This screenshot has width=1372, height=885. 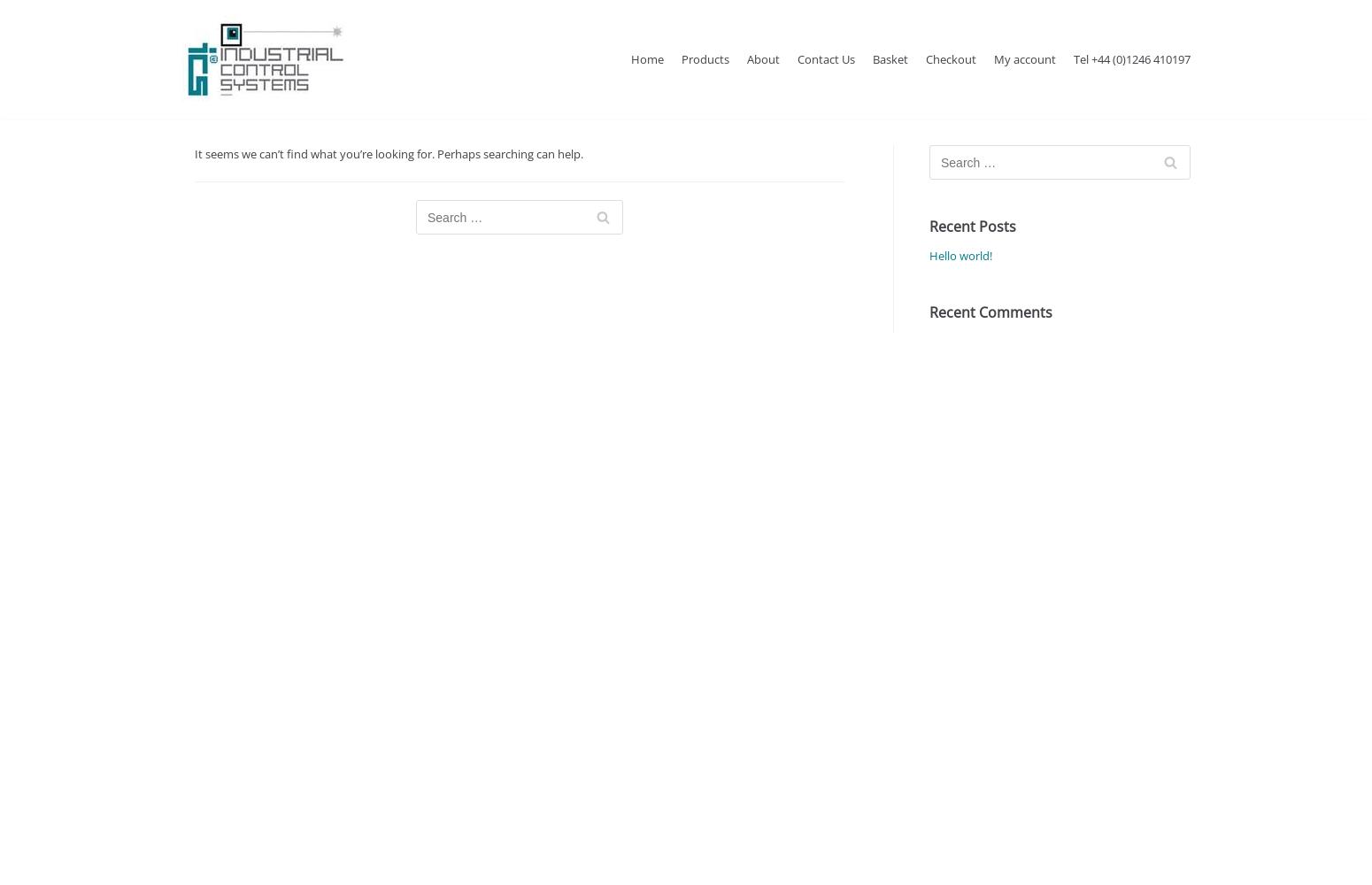 What do you see at coordinates (951, 58) in the screenshot?
I see `'Checkout'` at bounding box center [951, 58].